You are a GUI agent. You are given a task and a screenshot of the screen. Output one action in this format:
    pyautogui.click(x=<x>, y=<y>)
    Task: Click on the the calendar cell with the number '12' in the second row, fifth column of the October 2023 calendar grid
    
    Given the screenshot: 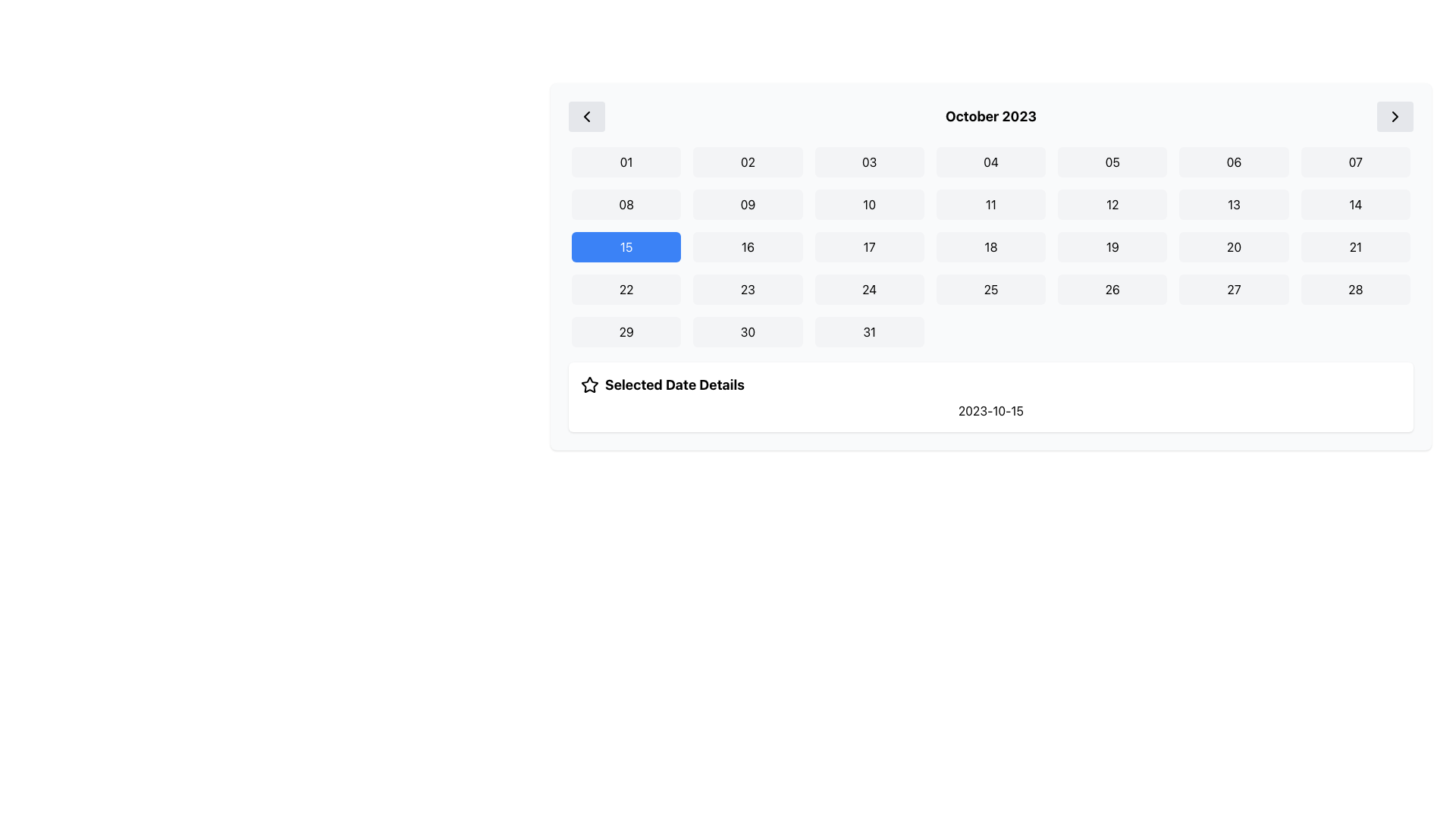 What is the action you would take?
    pyautogui.click(x=1112, y=205)
    